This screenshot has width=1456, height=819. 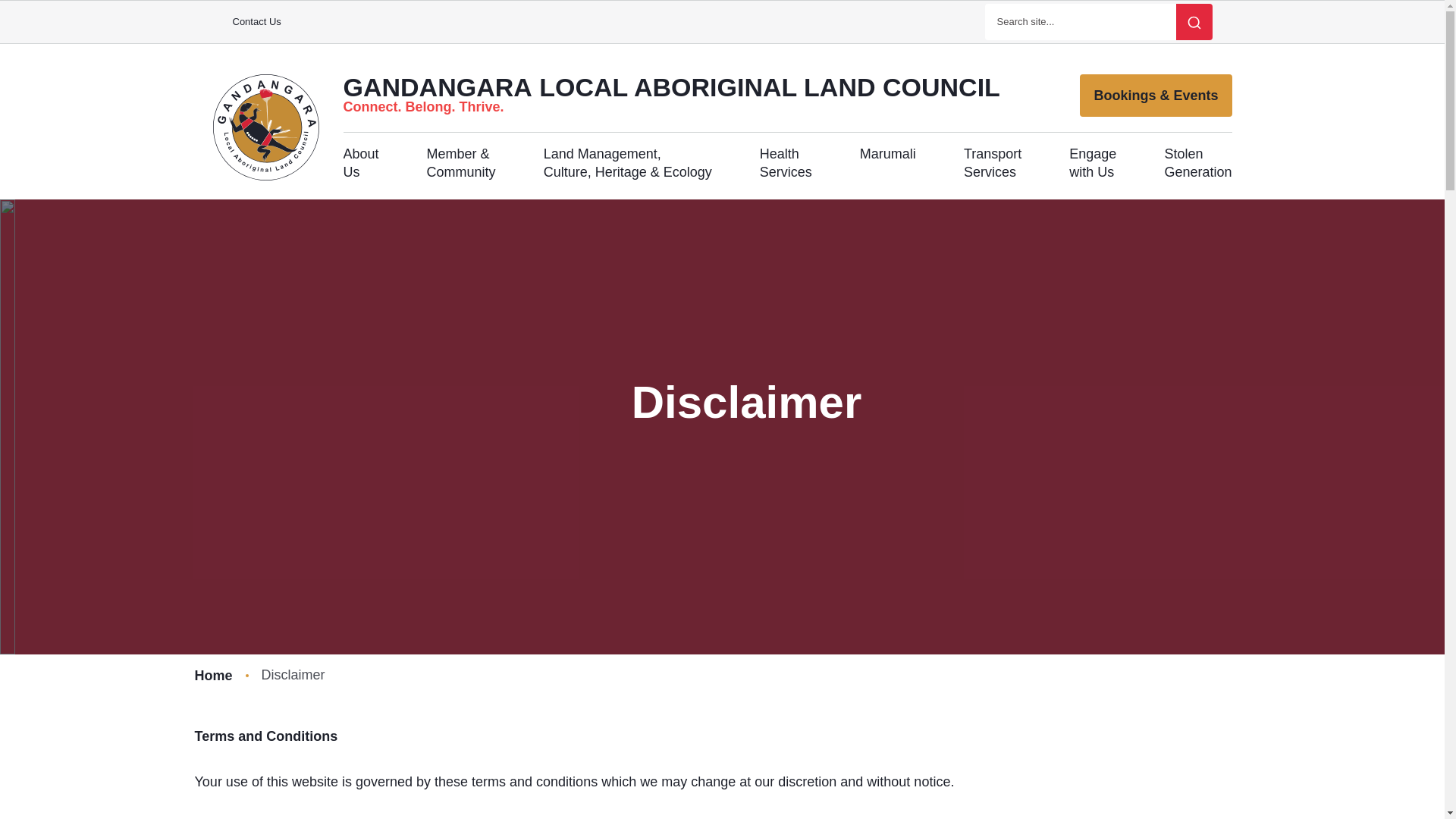 I want to click on 'Engage, so click(x=1092, y=163).